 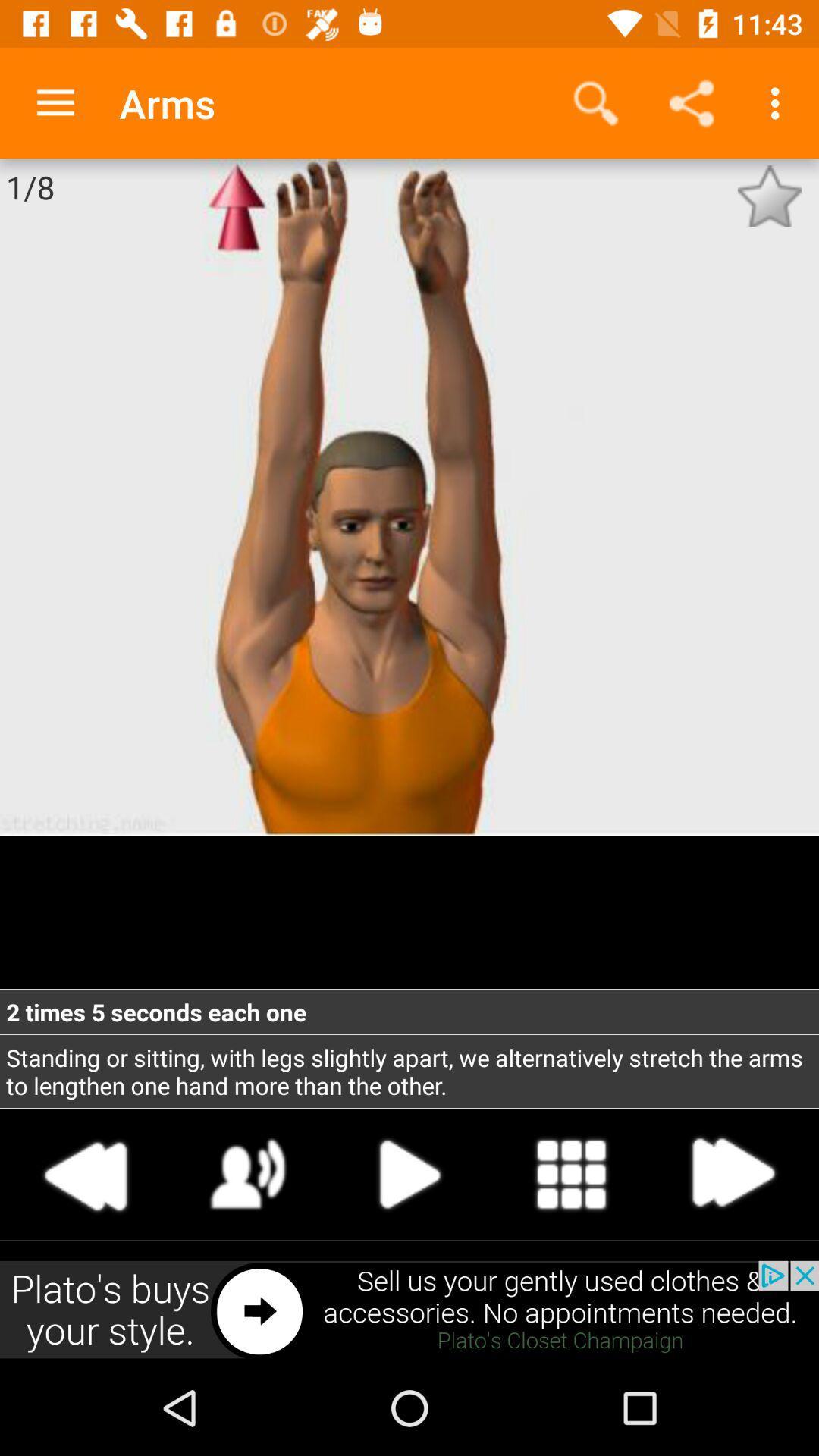 I want to click on next, so click(x=409, y=1173).